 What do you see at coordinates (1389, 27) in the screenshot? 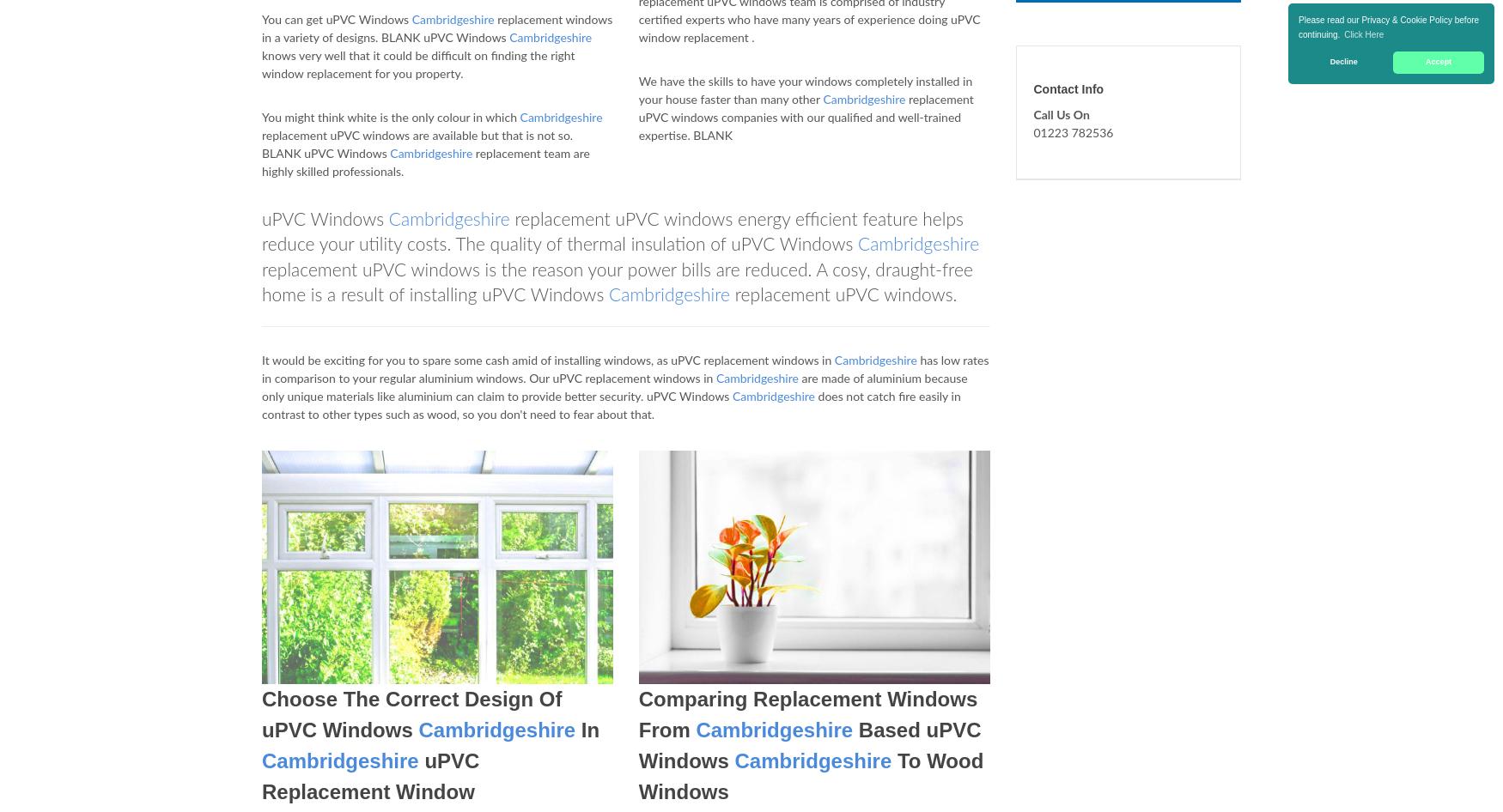
I see `'Please read our Privacy & Cookie Policy before continuing.'` at bounding box center [1389, 27].